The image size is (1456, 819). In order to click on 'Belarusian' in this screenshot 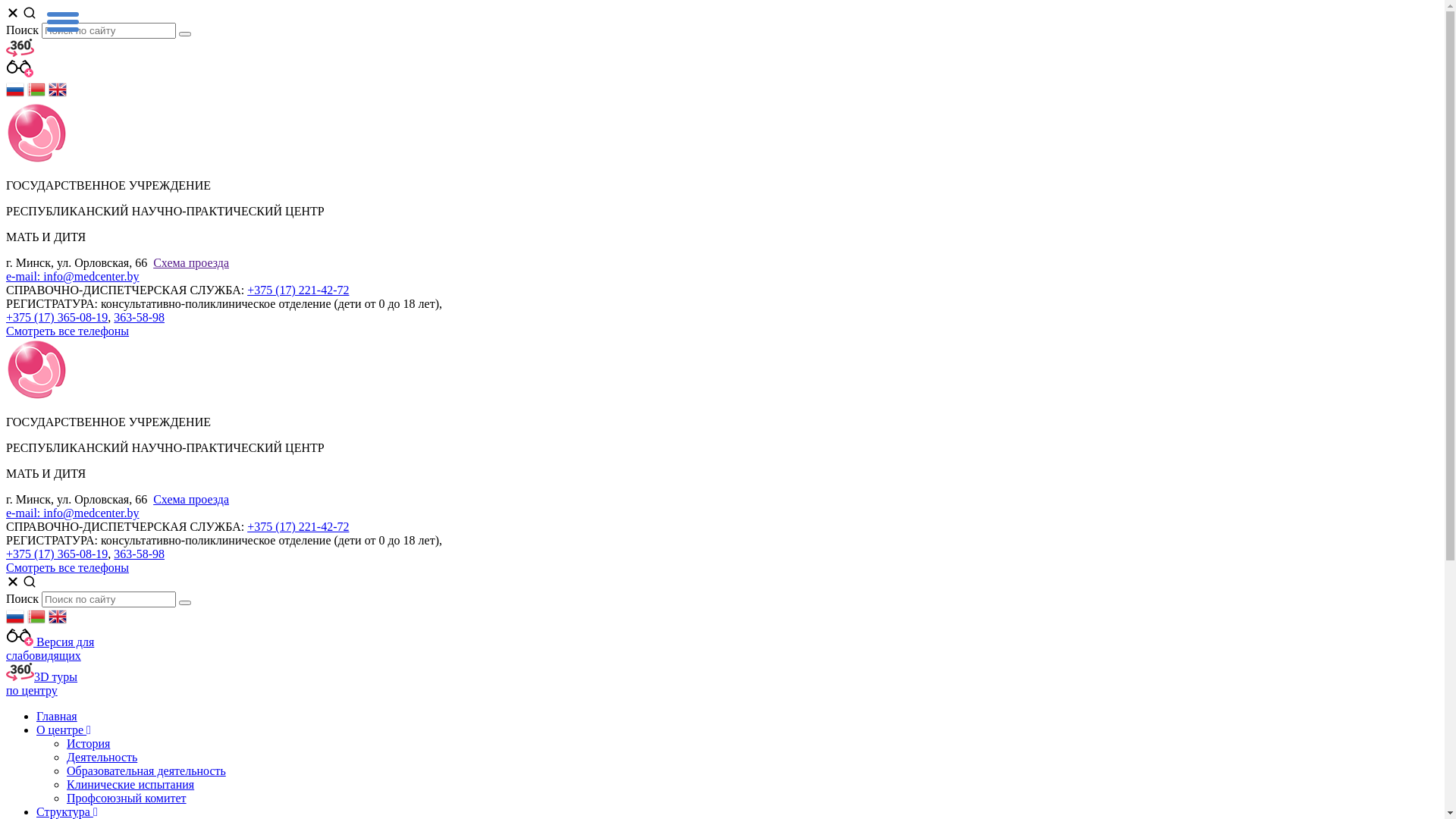, I will do `click(36, 94)`.